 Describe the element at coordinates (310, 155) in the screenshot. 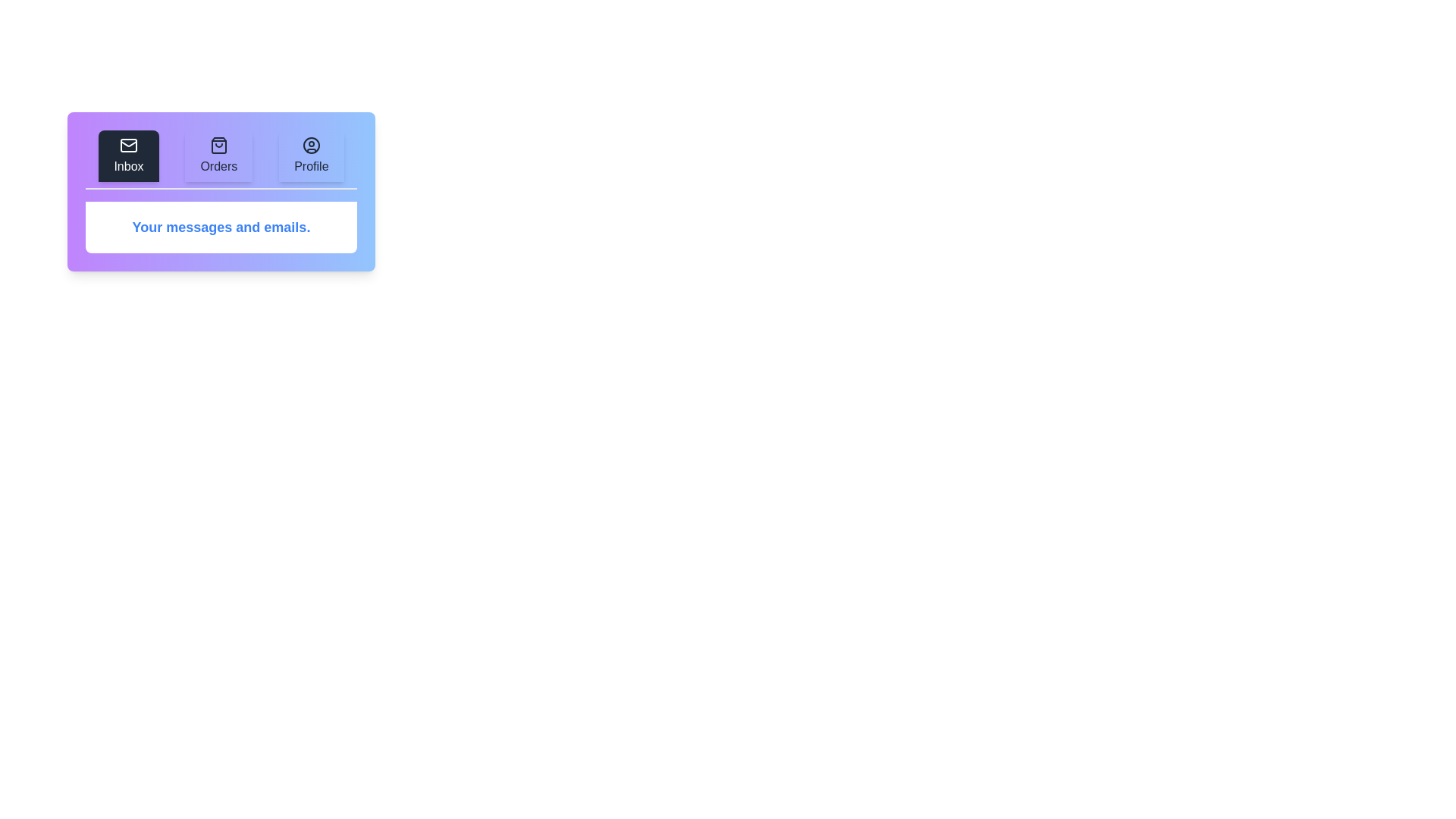

I see `the Profile tab` at that location.